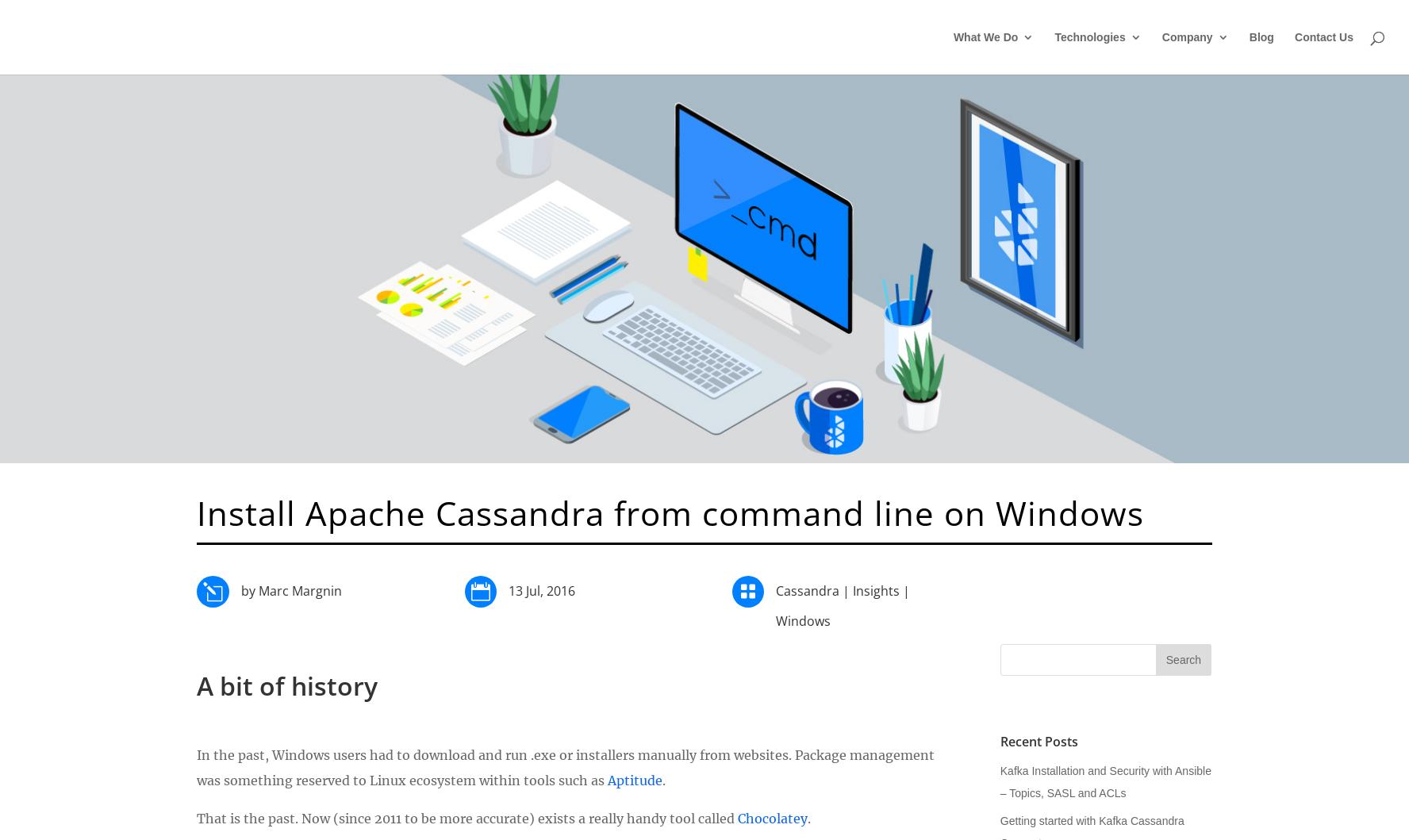 The image size is (1409, 840). I want to click on 'Cloud', so click(1101, 139).